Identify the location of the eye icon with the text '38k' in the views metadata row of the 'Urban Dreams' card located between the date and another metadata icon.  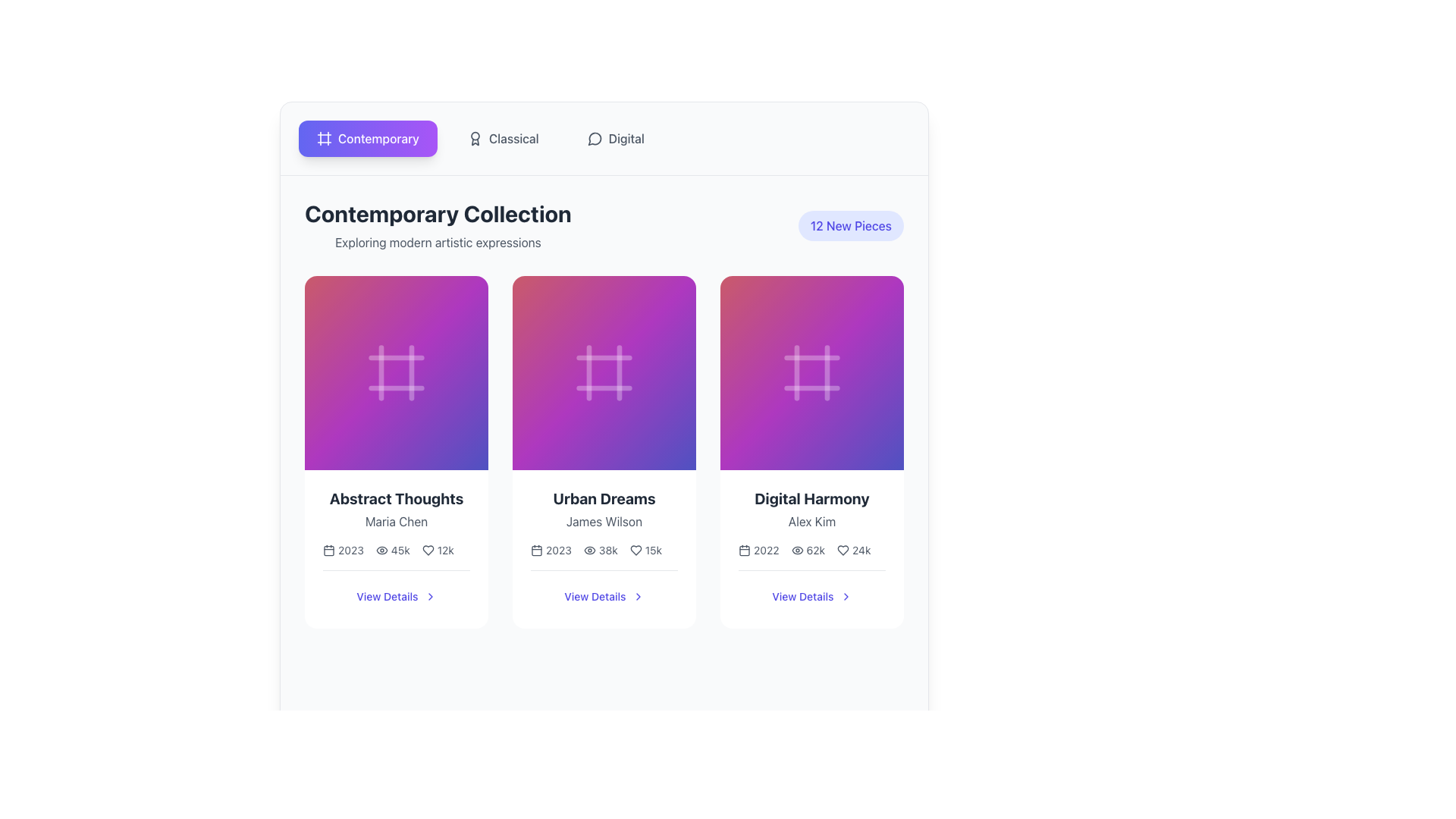
(600, 550).